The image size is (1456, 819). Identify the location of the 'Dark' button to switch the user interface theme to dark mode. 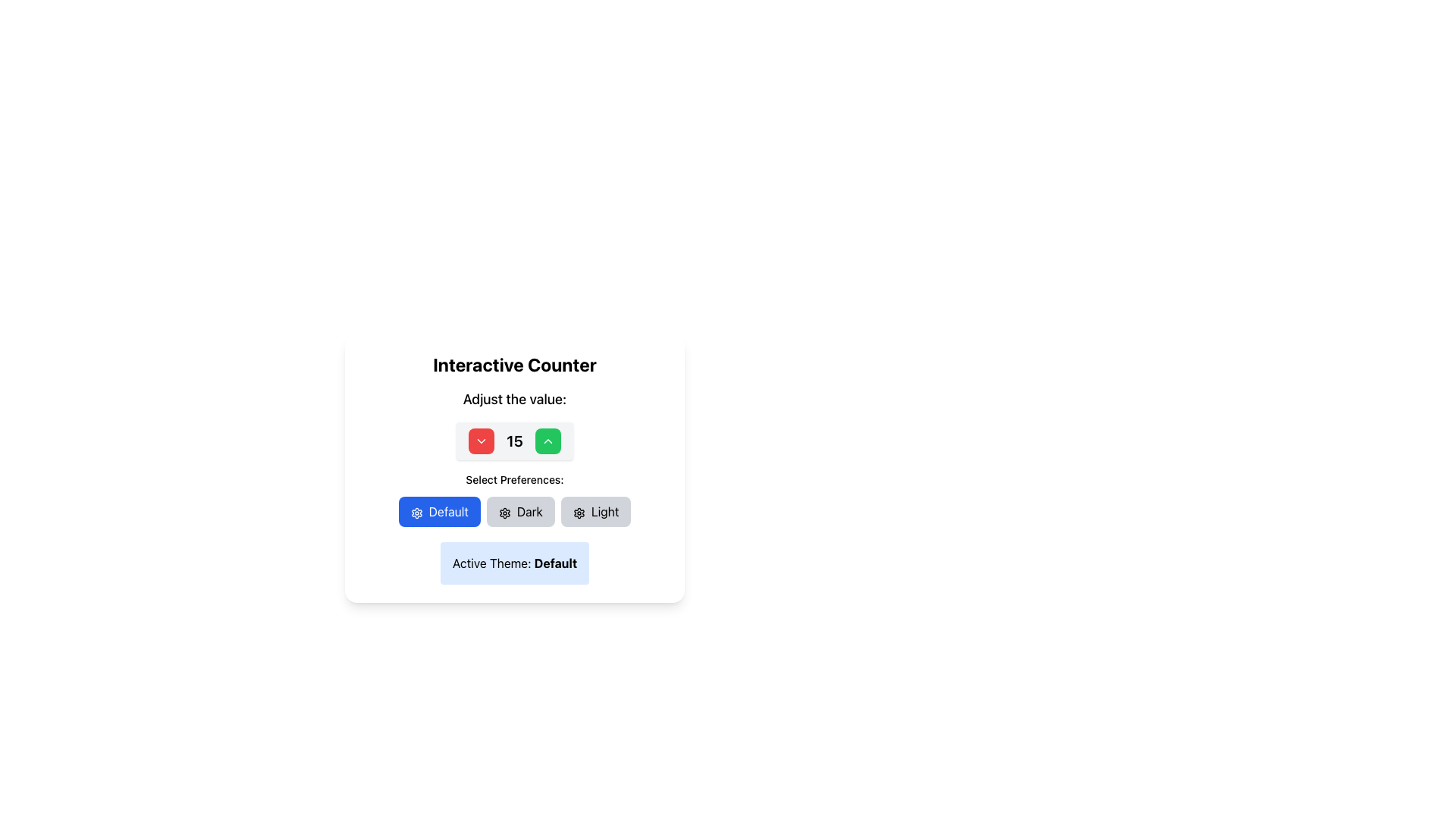
(520, 512).